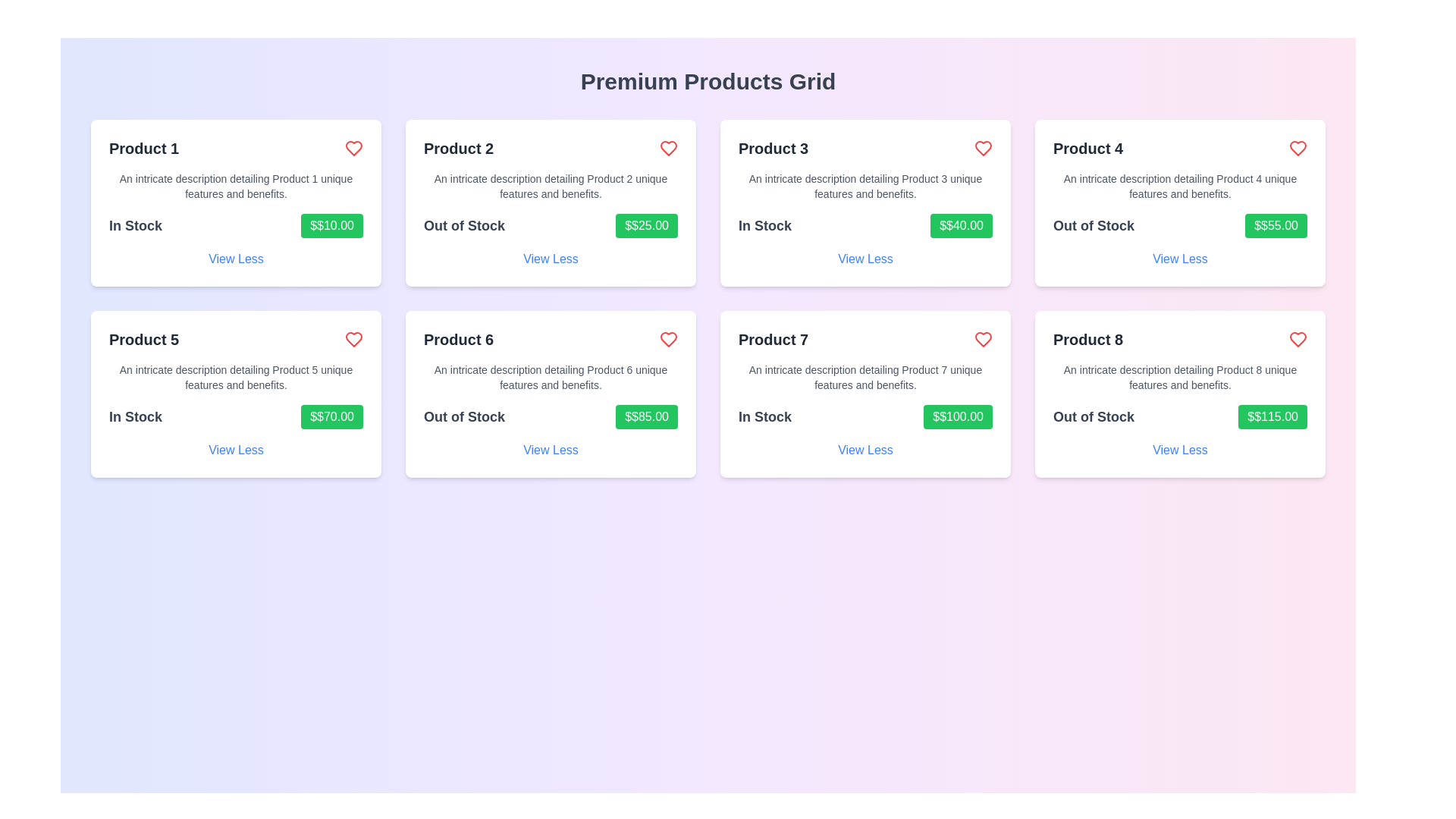 This screenshot has height=819, width=1456. What do you see at coordinates (353, 338) in the screenshot?
I see `the interactive favorite icon located in the top-right corner of the card for 'Product 1' to mark it as a favorite` at bounding box center [353, 338].